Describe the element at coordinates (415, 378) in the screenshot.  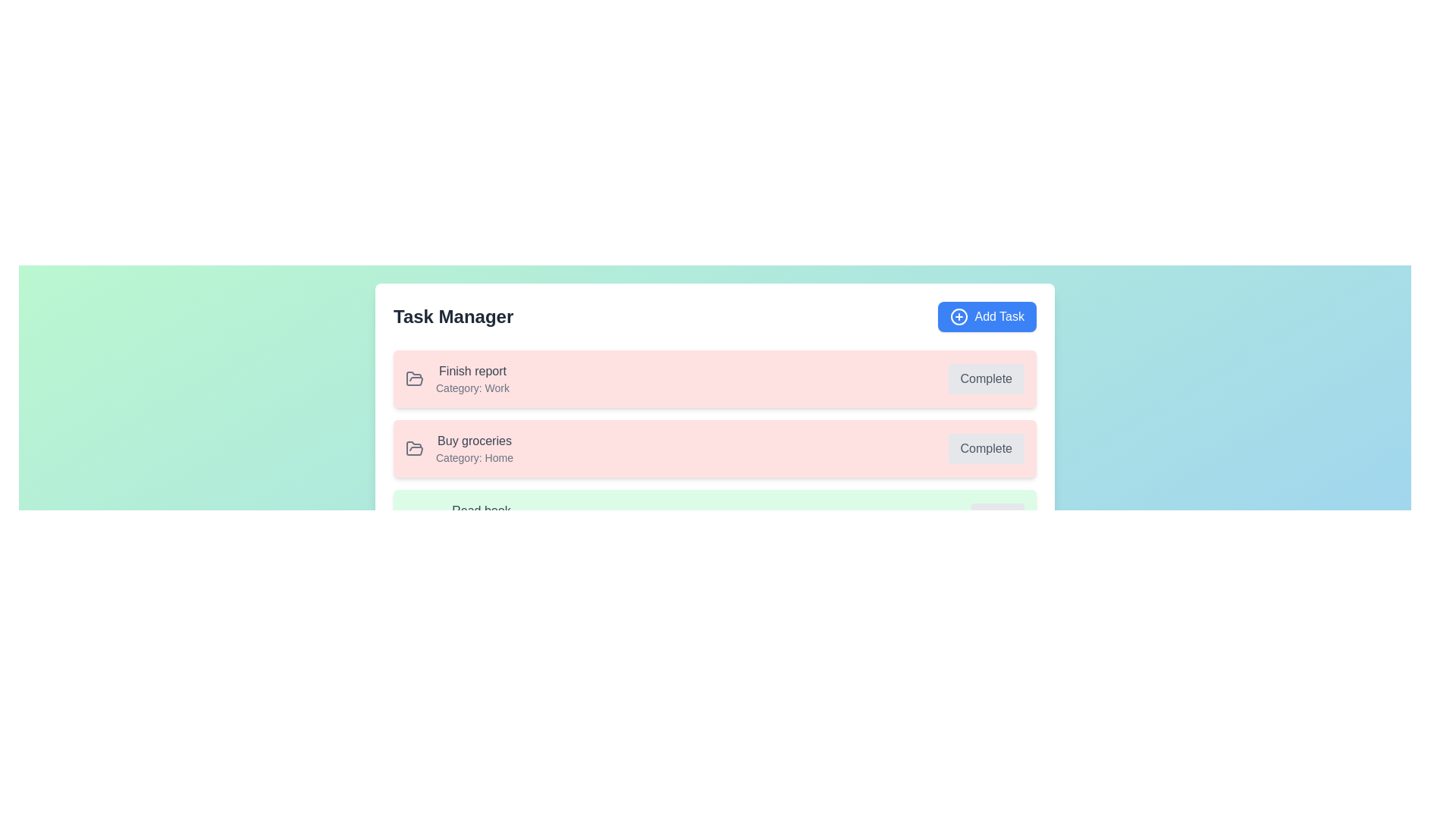
I see `the open folder icon located to the left of the 'Buy groceries, Category: Home' task item in the task list application interface` at that location.